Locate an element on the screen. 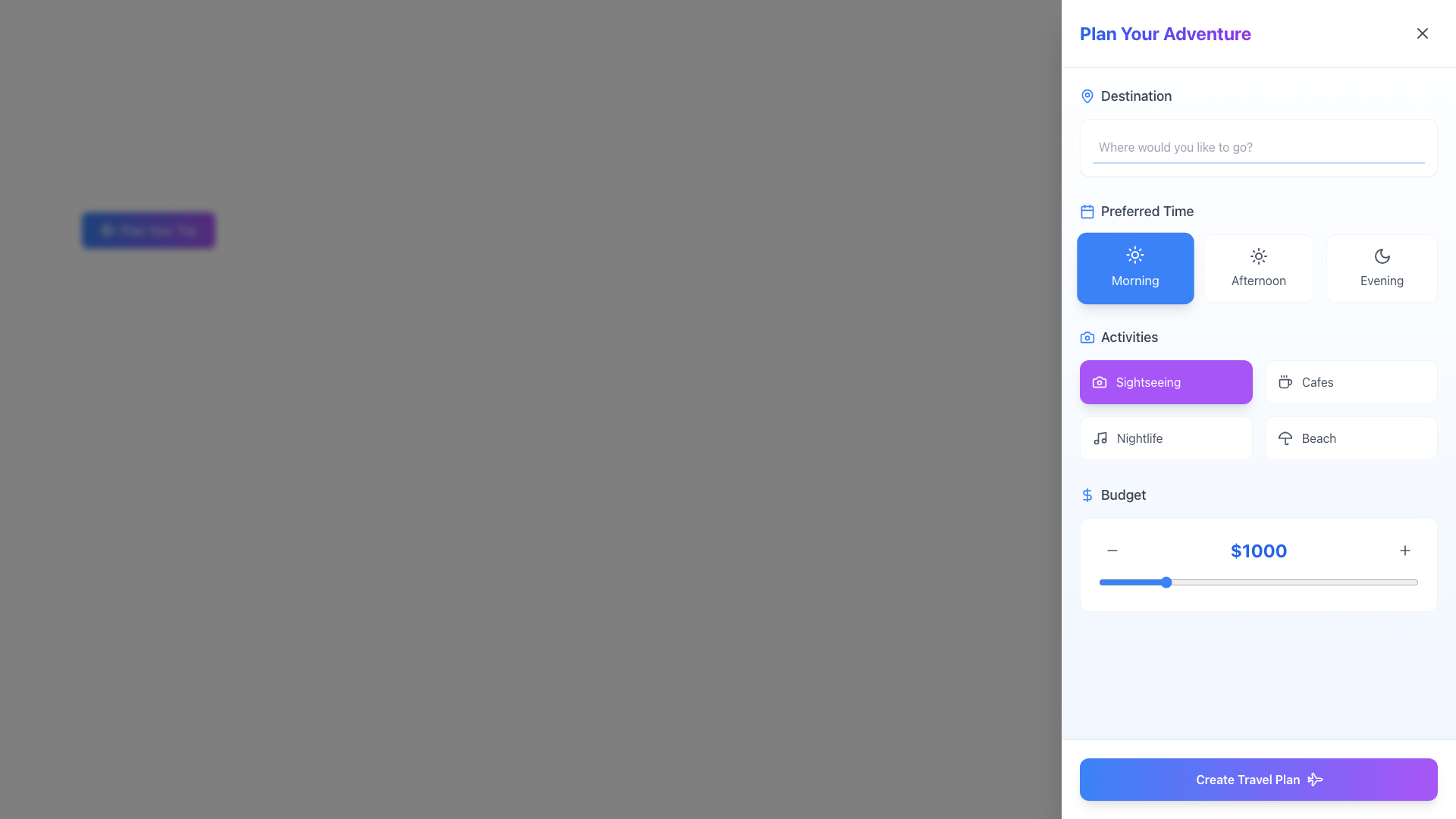 Image resolution: width=1456 pixels, height=819 pixels. the camera icon located beside the 'Sightseeing' label in the 'Activities' section is located at coordinates (1099, 381).